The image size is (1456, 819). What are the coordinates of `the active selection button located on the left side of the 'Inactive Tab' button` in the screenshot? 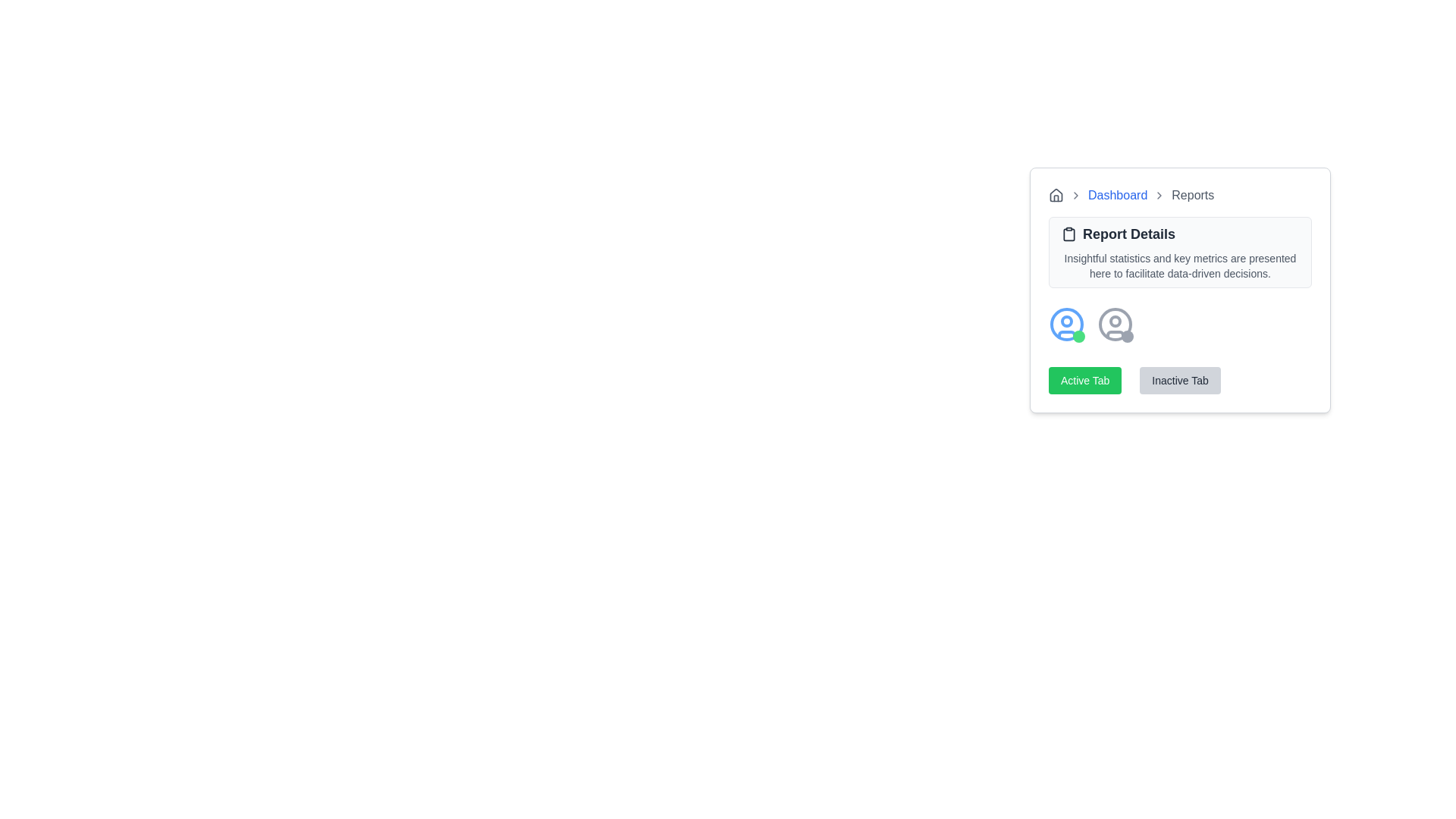 It's located at (1084, 379).